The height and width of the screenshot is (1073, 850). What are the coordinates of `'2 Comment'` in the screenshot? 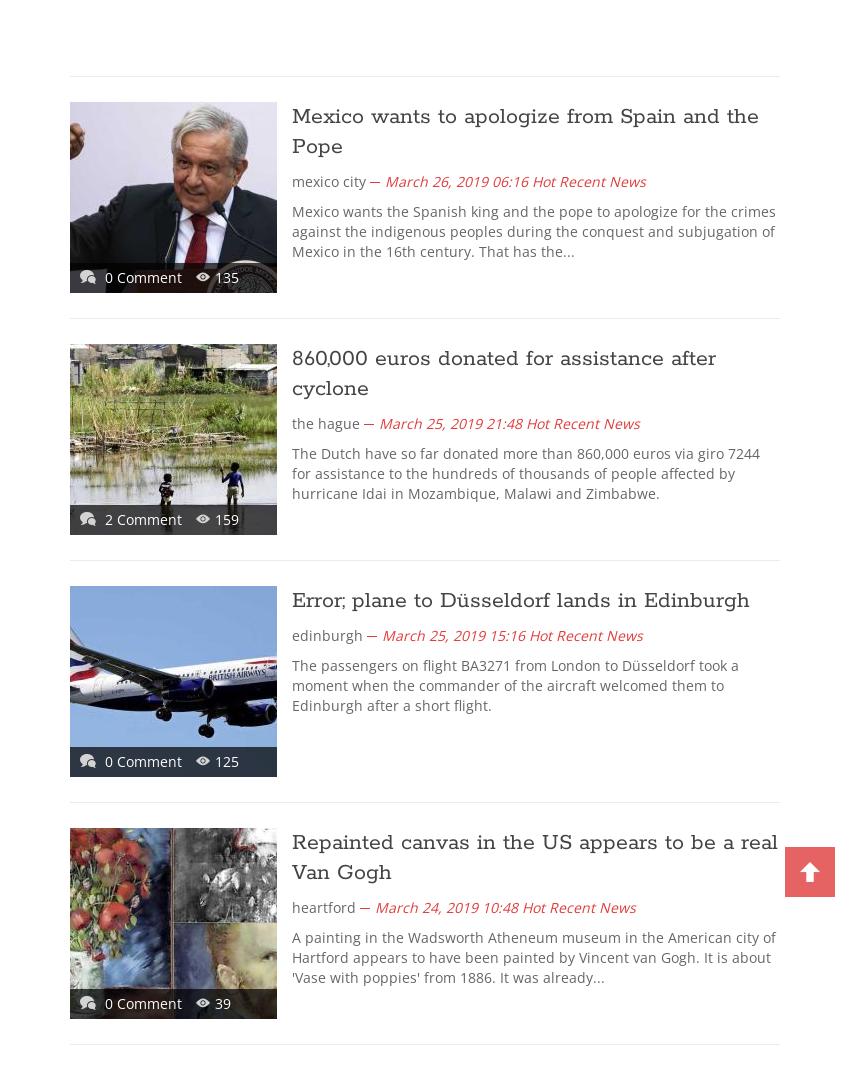 It's located at (143, 518).